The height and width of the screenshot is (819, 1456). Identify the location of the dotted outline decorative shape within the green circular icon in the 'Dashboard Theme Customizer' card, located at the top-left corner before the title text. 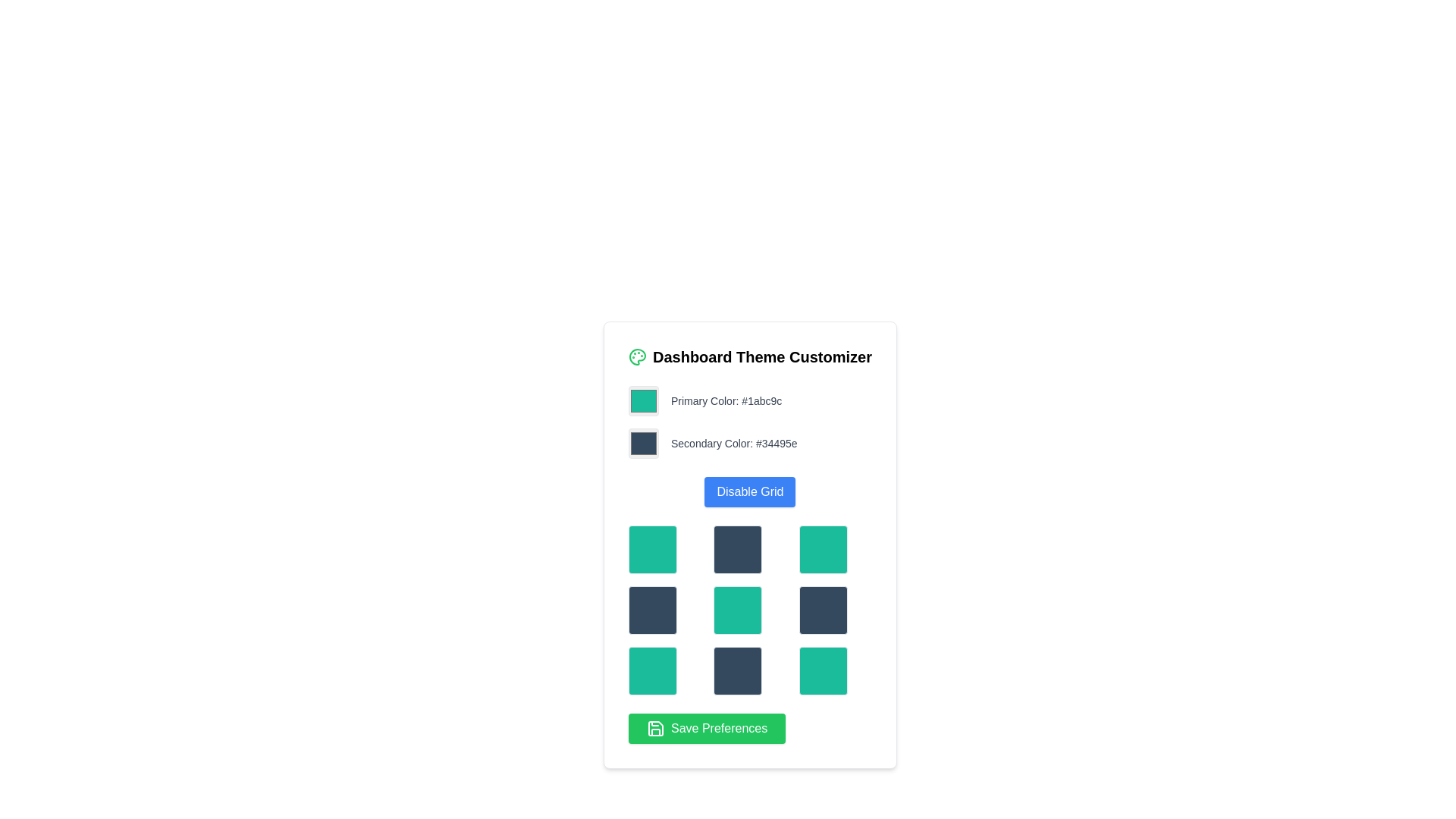
(637, 356).